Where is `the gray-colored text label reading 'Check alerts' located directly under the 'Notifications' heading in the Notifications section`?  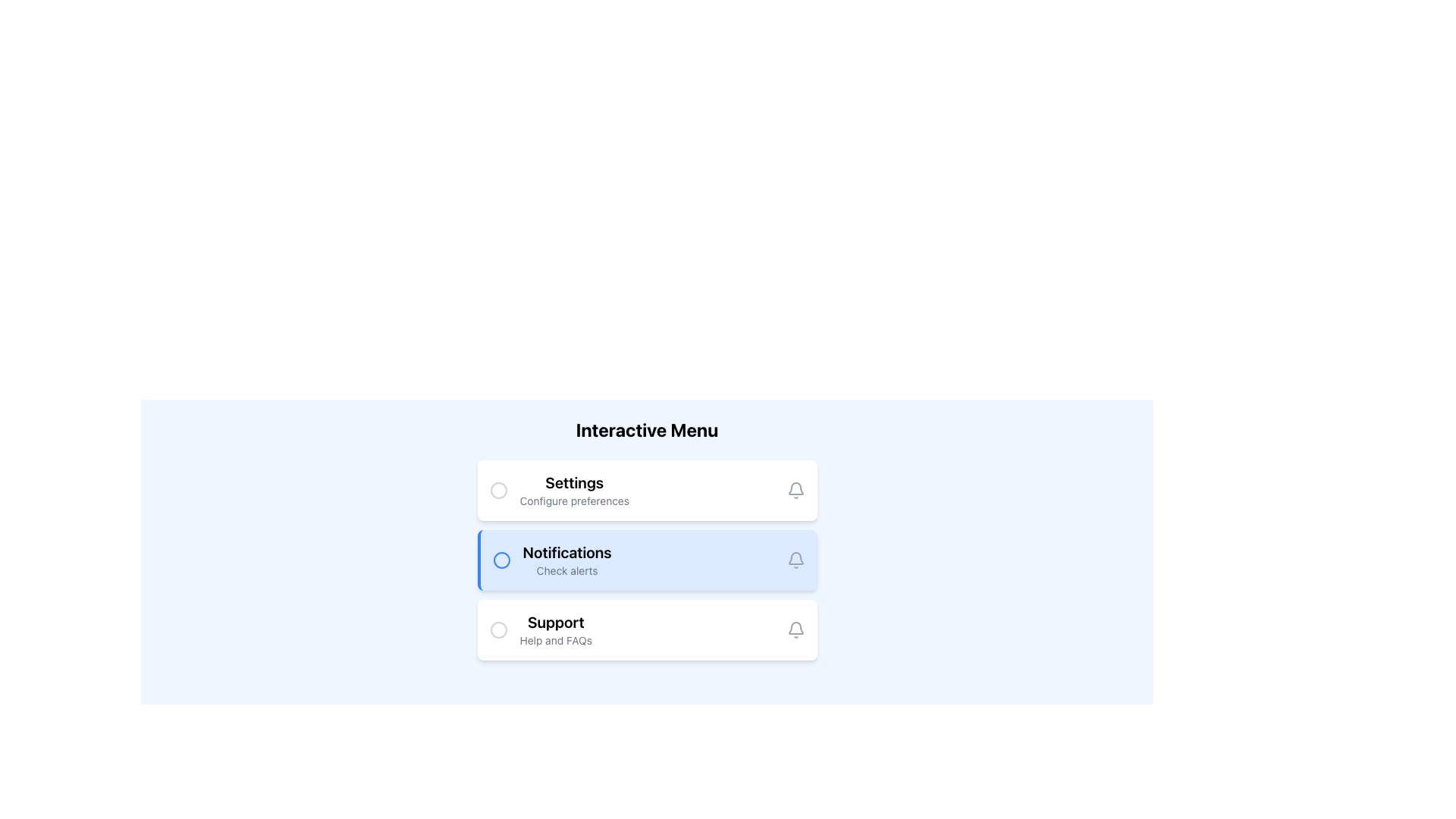 the gray-colored text label reading 'Check alerts' located directly under the 'Notifications' heading in the Notifications section is located at coordinates (566, 570).